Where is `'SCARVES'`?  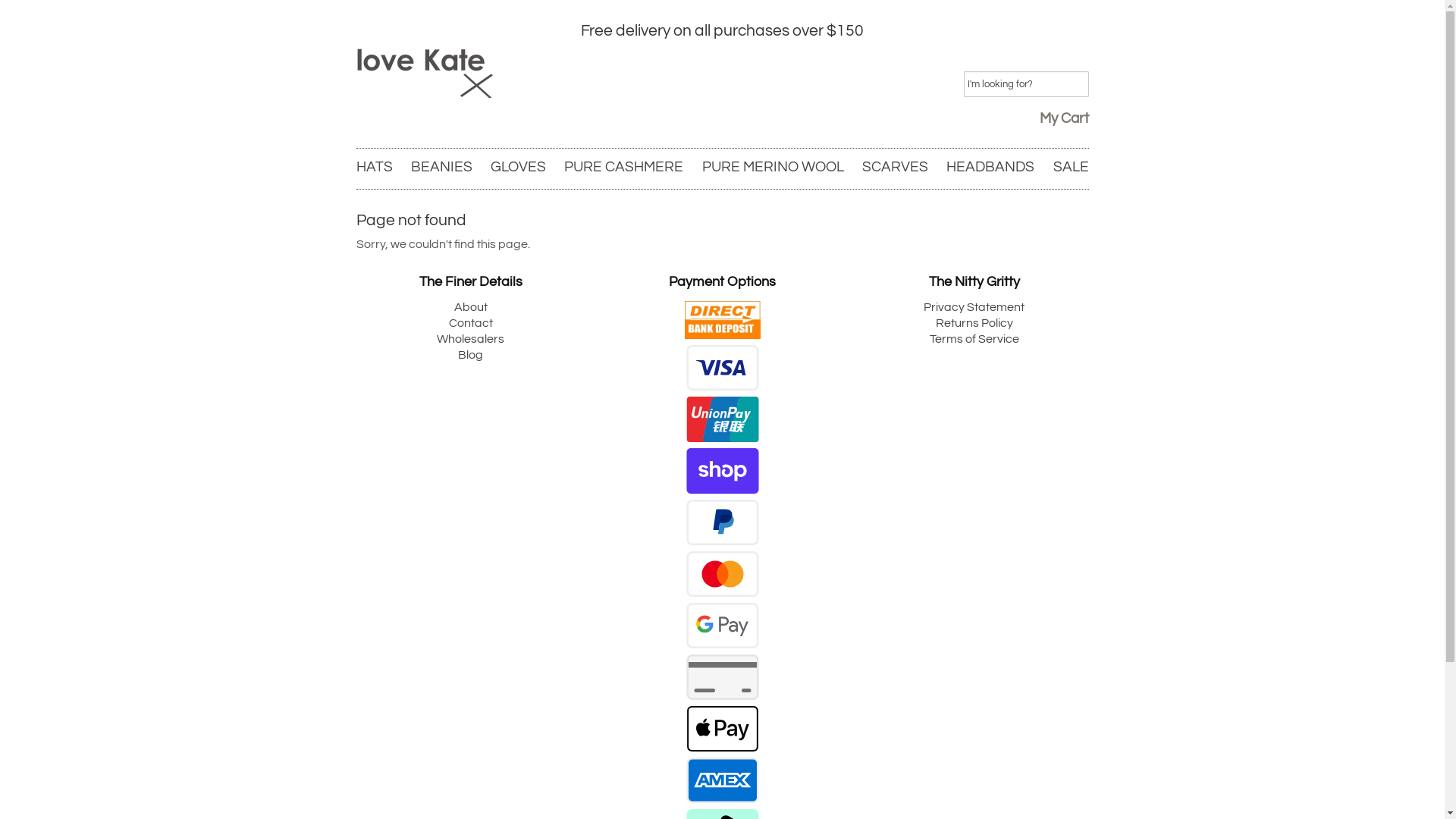 'SCARVES' is located at coordinates (895, 166).